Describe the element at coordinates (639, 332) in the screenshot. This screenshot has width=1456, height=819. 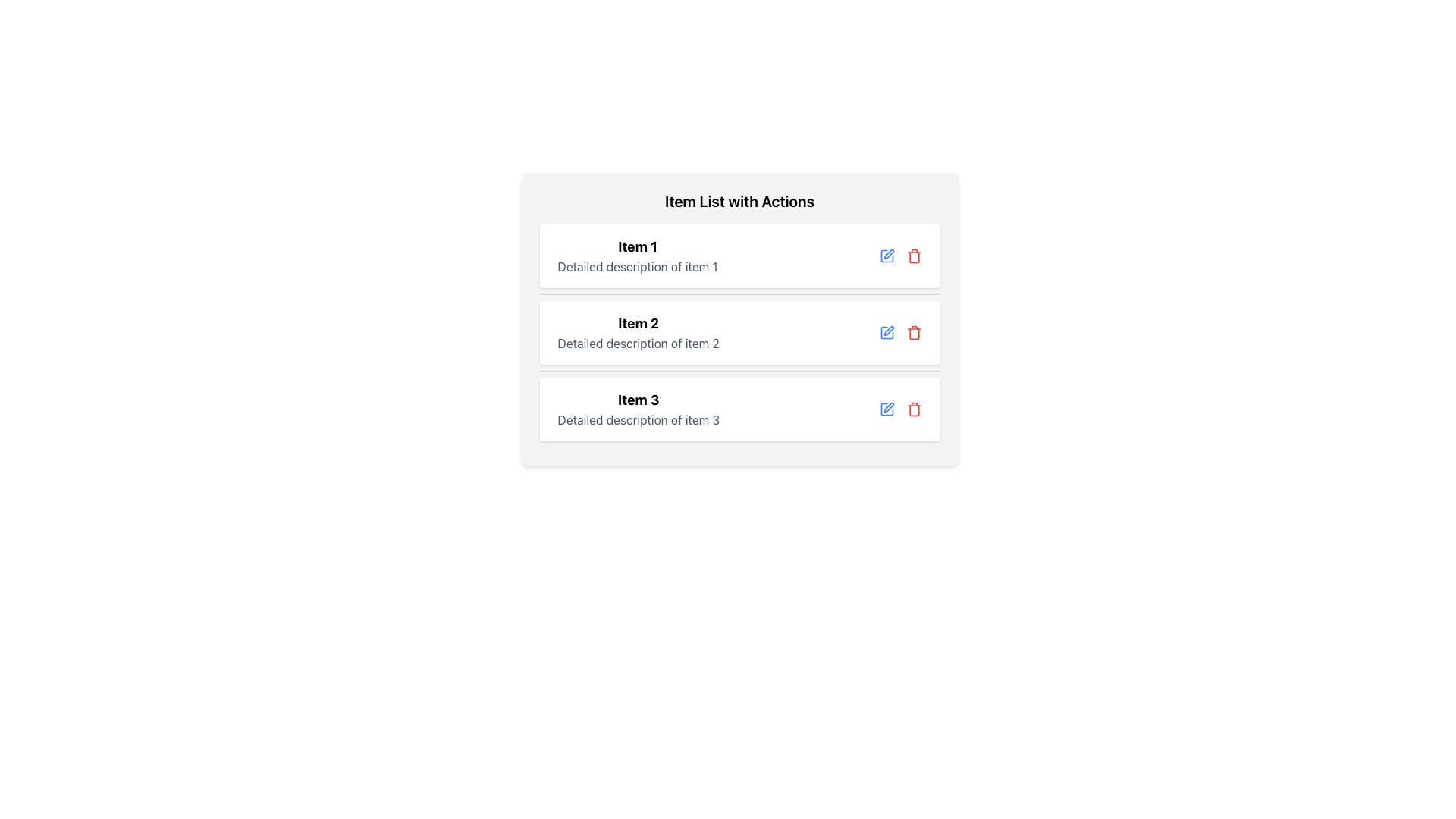
I see `the Text Description Block for 'Item 2', which provides information about the item and is centrally located within the second item entry card under 'Item List with Actions'` at that location.